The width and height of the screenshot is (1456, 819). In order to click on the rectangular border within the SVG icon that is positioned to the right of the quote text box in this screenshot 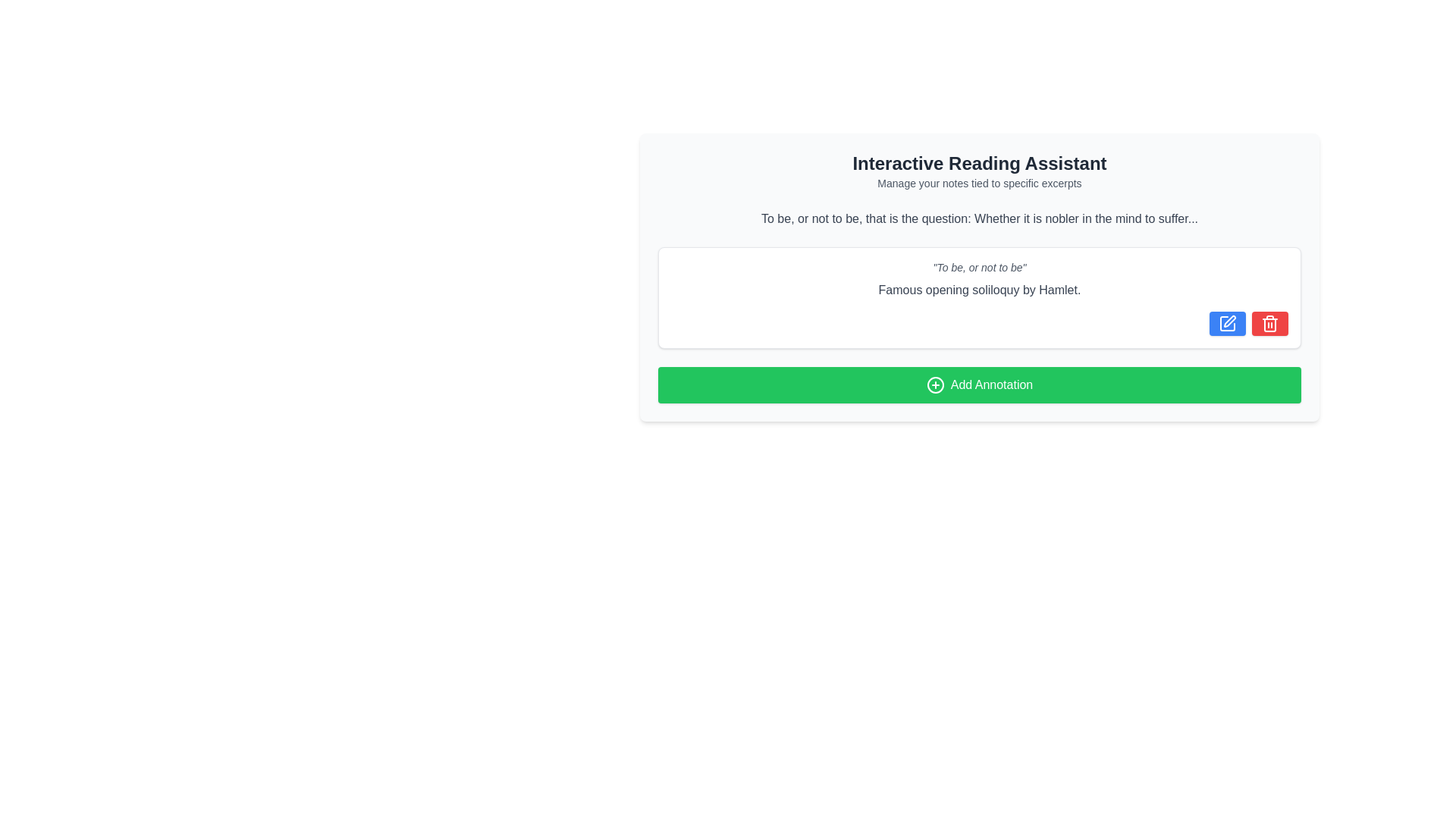, I will do `click(1227, 323)`.